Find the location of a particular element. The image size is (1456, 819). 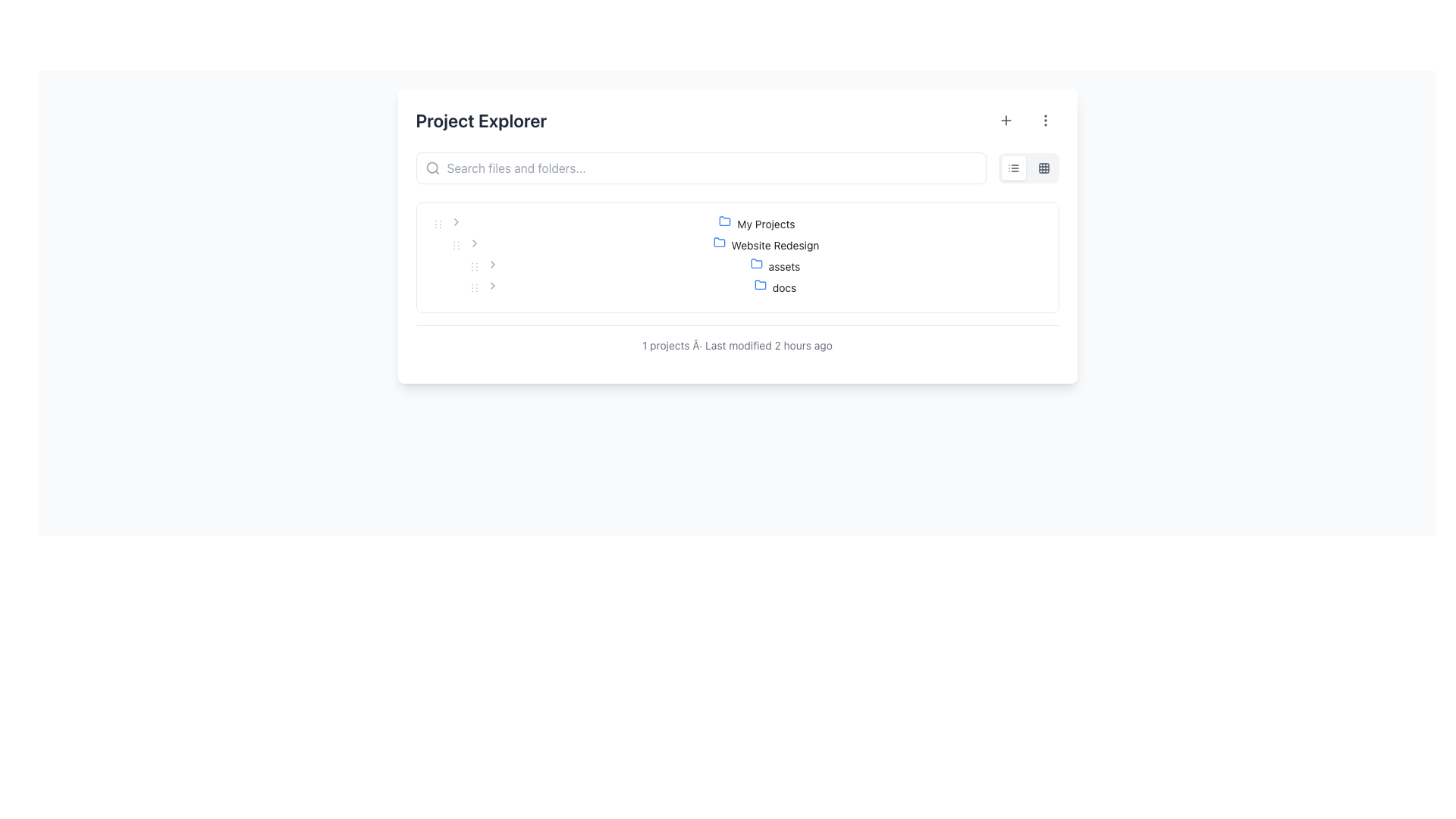

the 'Website Redesign' tree item node, which is styled as a collapsible tree item with a blue folder icon is located at coordinates (766, 245).